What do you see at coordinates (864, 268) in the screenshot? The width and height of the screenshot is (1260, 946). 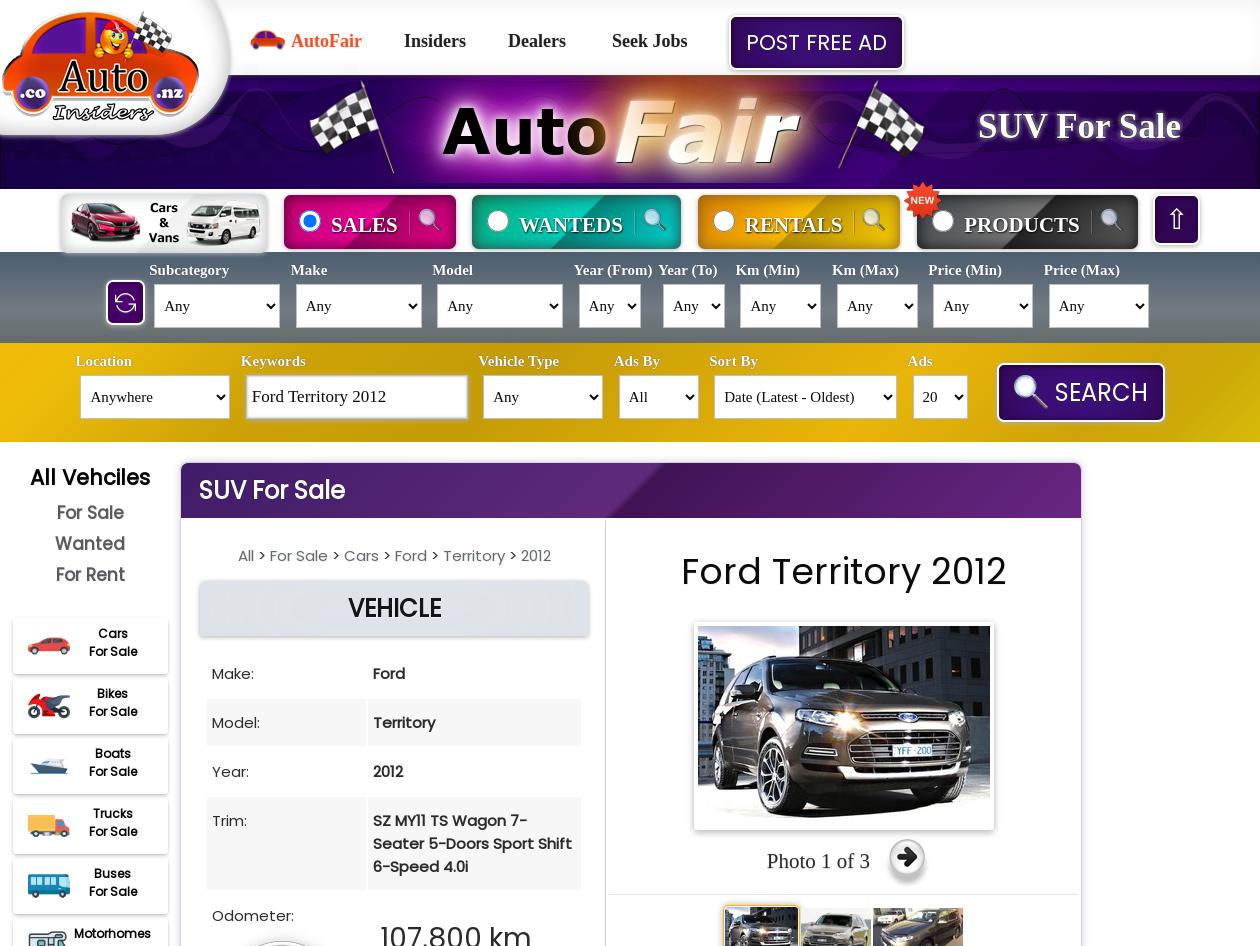 I see `'Km (Max)'` at bounding box center [864, 268].